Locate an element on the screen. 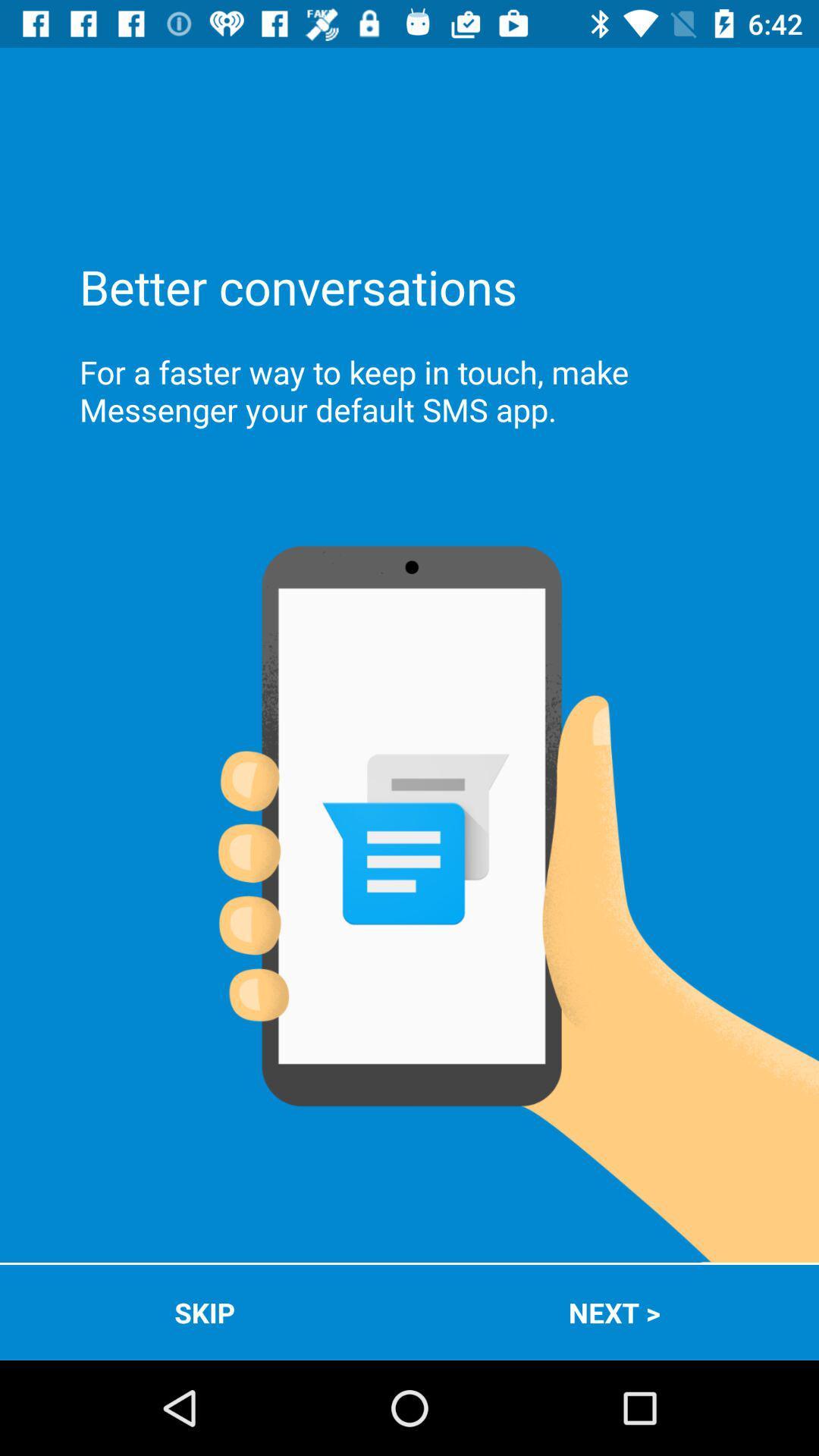  the skip app is located at coordinates (205, 1312).